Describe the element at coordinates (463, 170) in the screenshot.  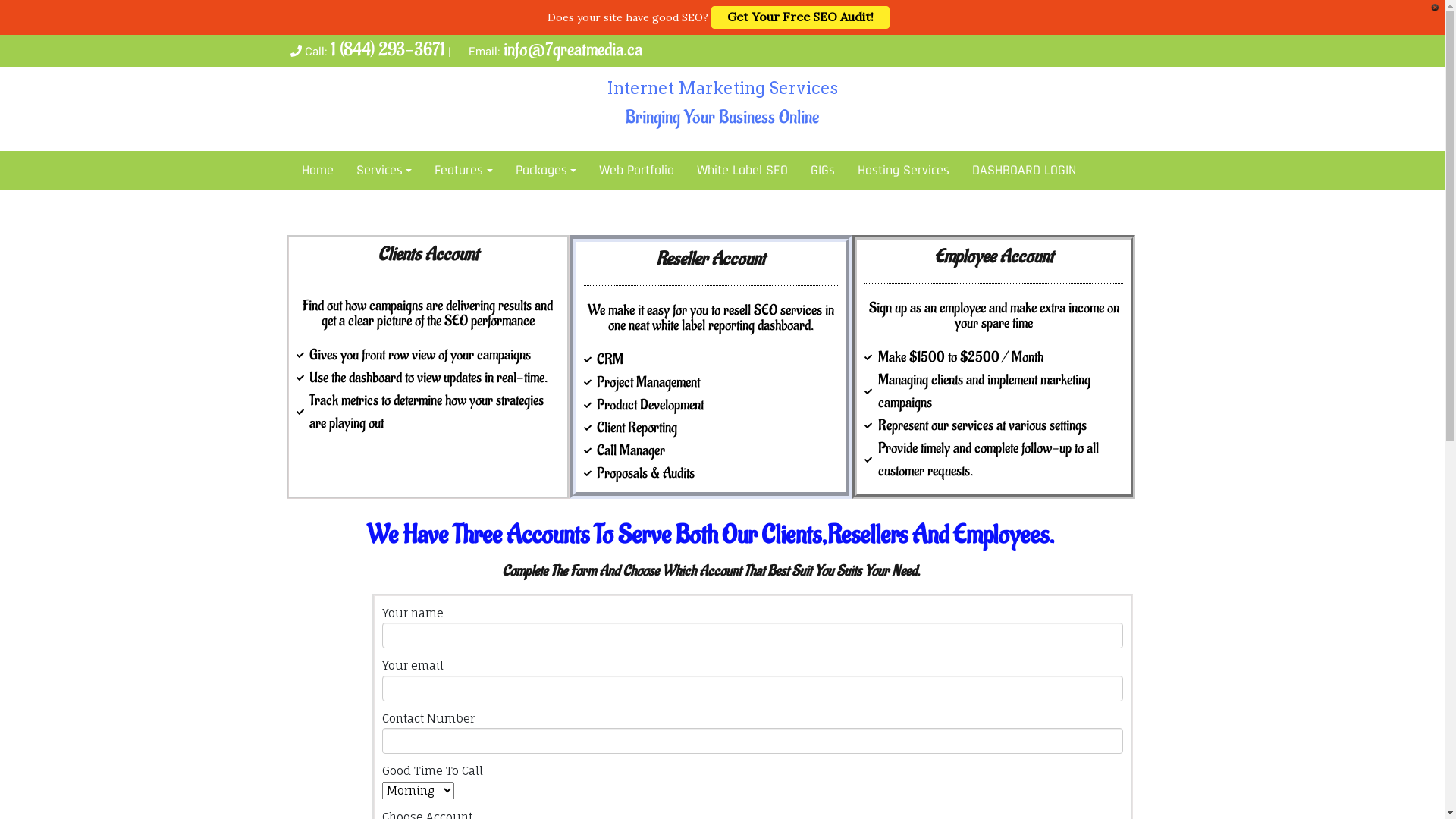
I see `'Features'` at that location.